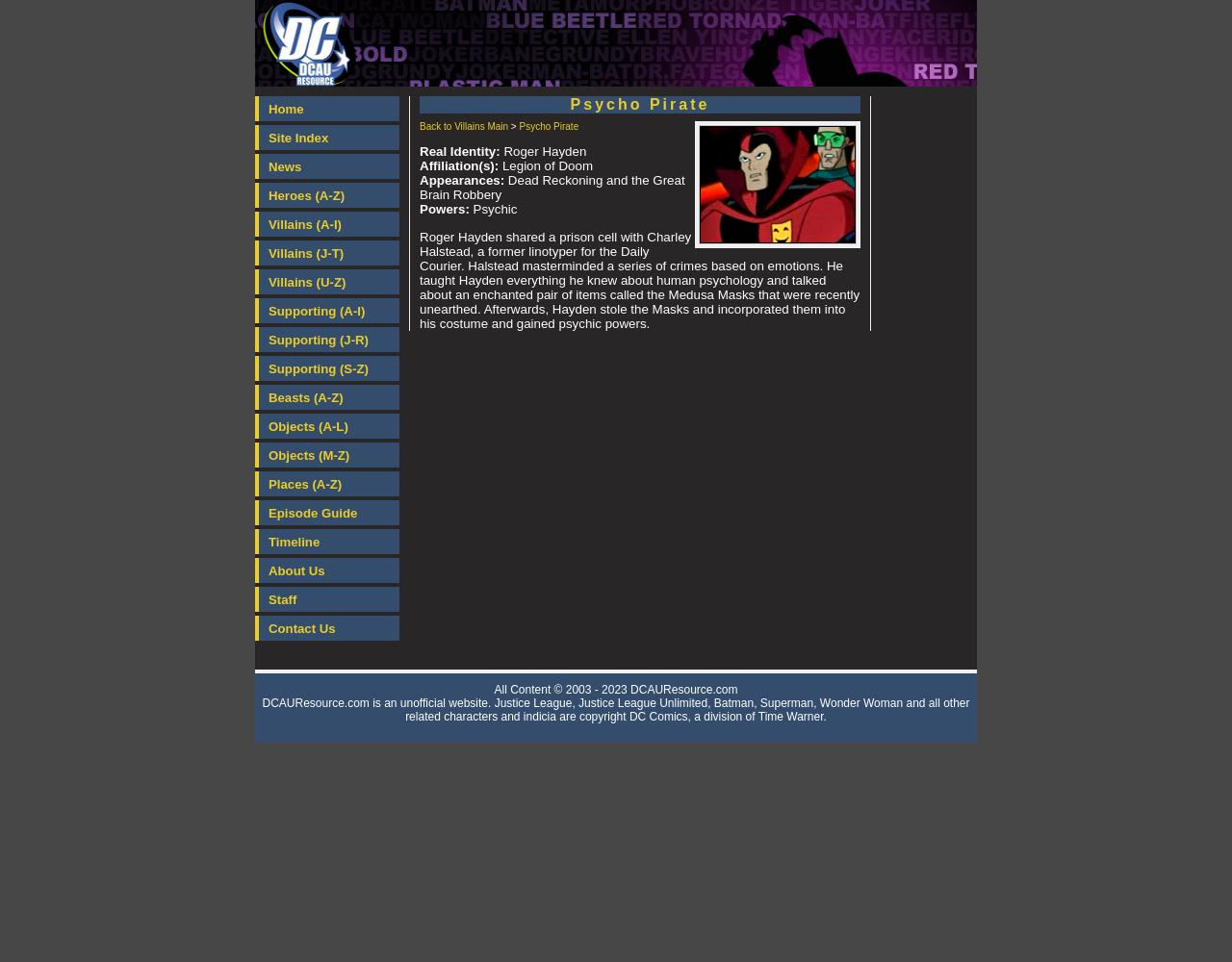 The image size is (1232, 962). What do you see at coordinates (268, 570) in the screenshot?
I see `'About Us'` at bounding box center [268, 570].